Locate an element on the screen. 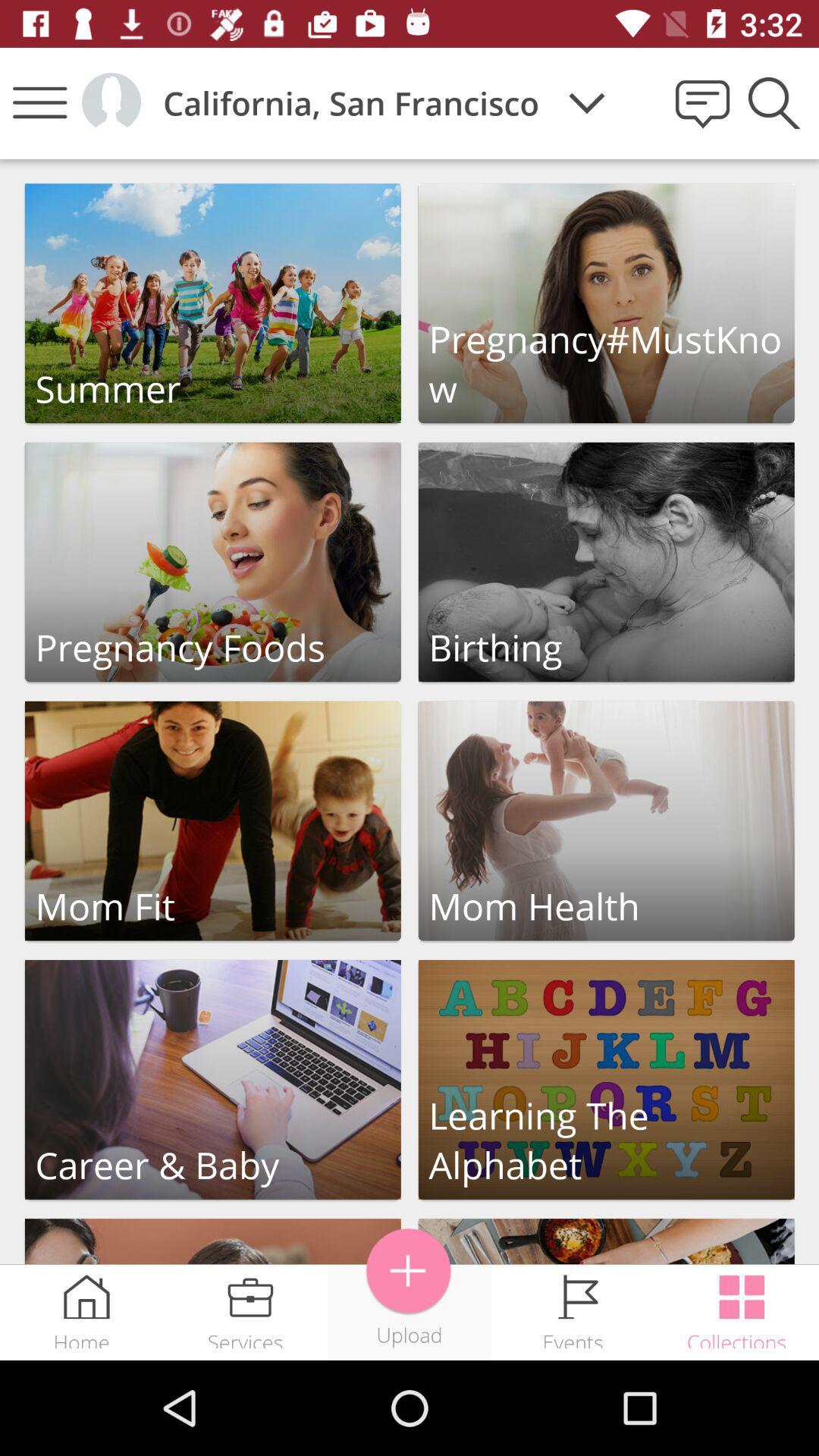 Image resolution: width=819 pixels, height=1456 pixels. category selection is located at coordinates (605, 820).